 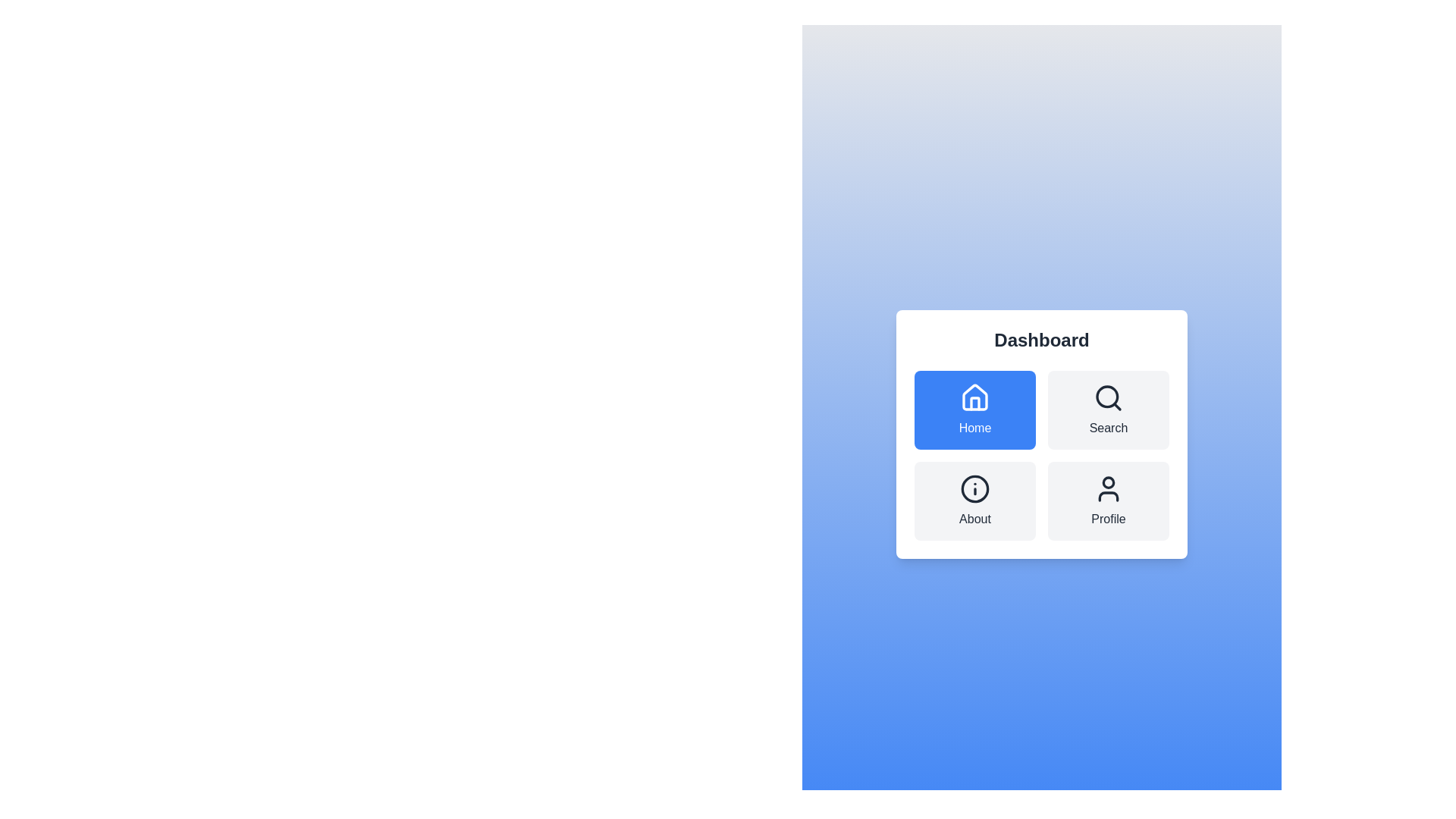 I want to click on the 'Home' button located in the upper left corner of the grid layout, so click(x=975, y=409).